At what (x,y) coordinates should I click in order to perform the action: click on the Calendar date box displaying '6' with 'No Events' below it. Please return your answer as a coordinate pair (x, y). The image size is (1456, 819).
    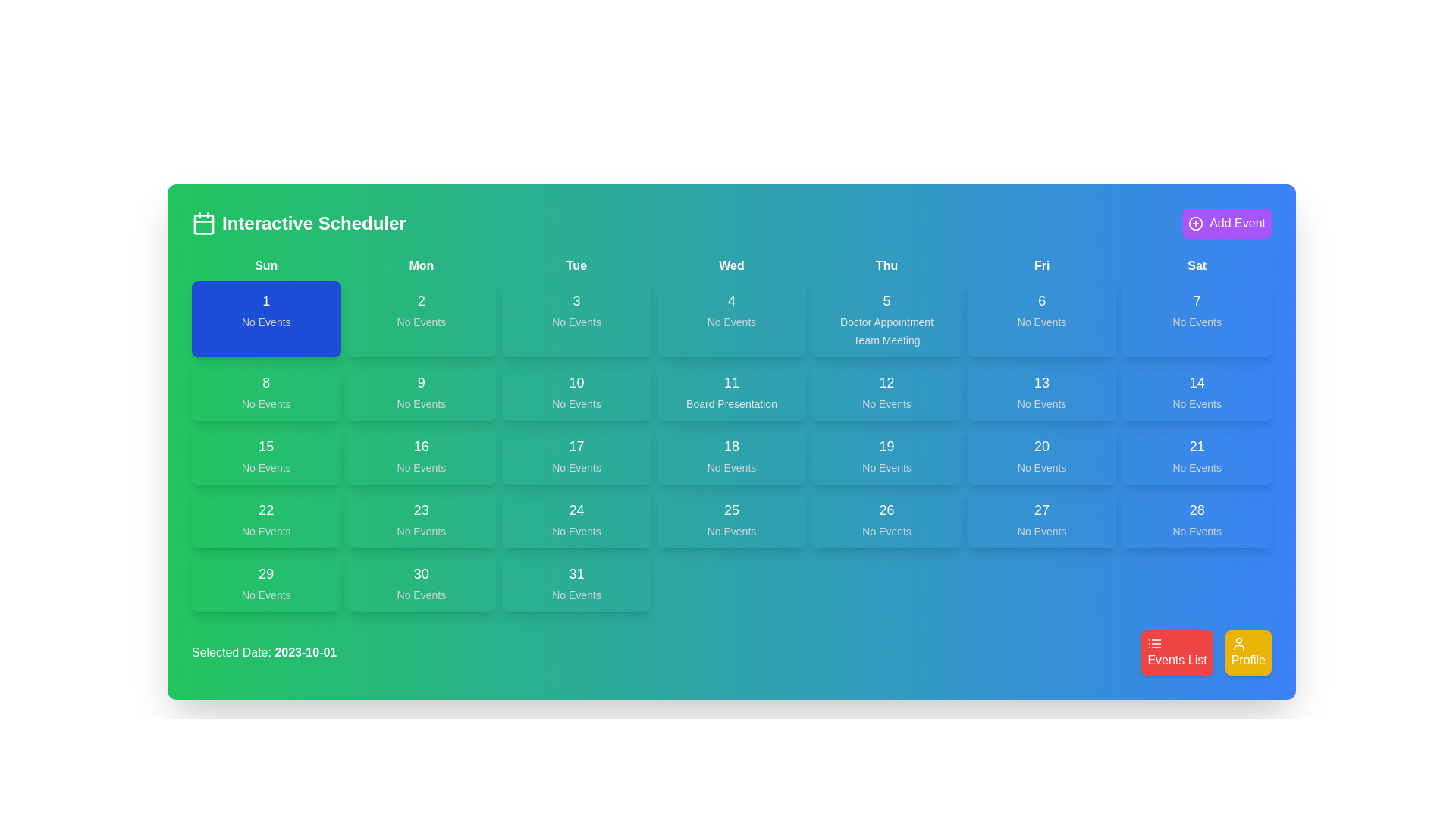
    Looking at the image, I should click on (1041, 318).